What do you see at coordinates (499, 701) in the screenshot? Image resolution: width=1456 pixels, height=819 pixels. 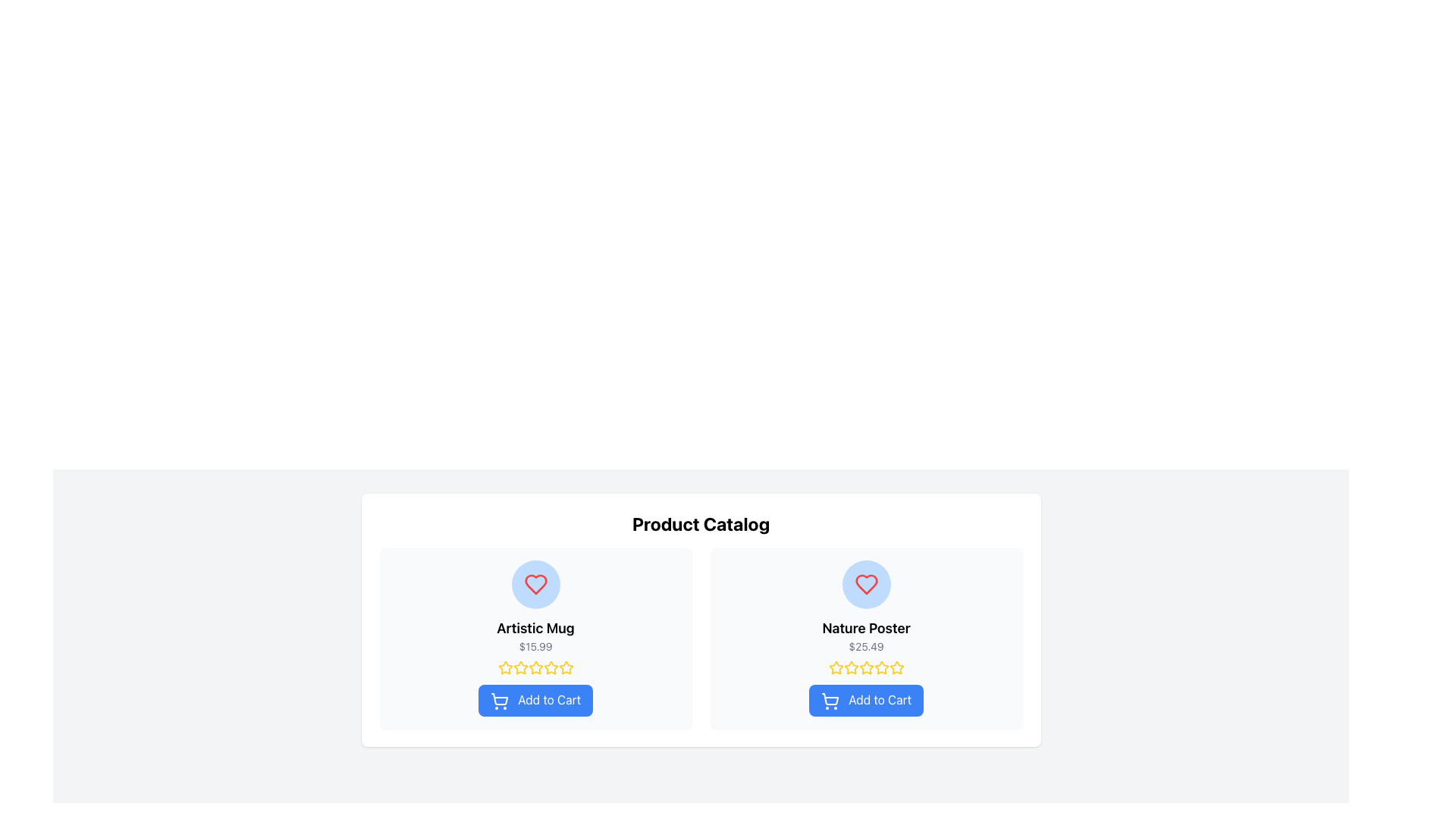 I see `the shopping cart icon within the 'Add to Cart' button for the 'Artistic Mug' product card` at bounding box center [499, 701].